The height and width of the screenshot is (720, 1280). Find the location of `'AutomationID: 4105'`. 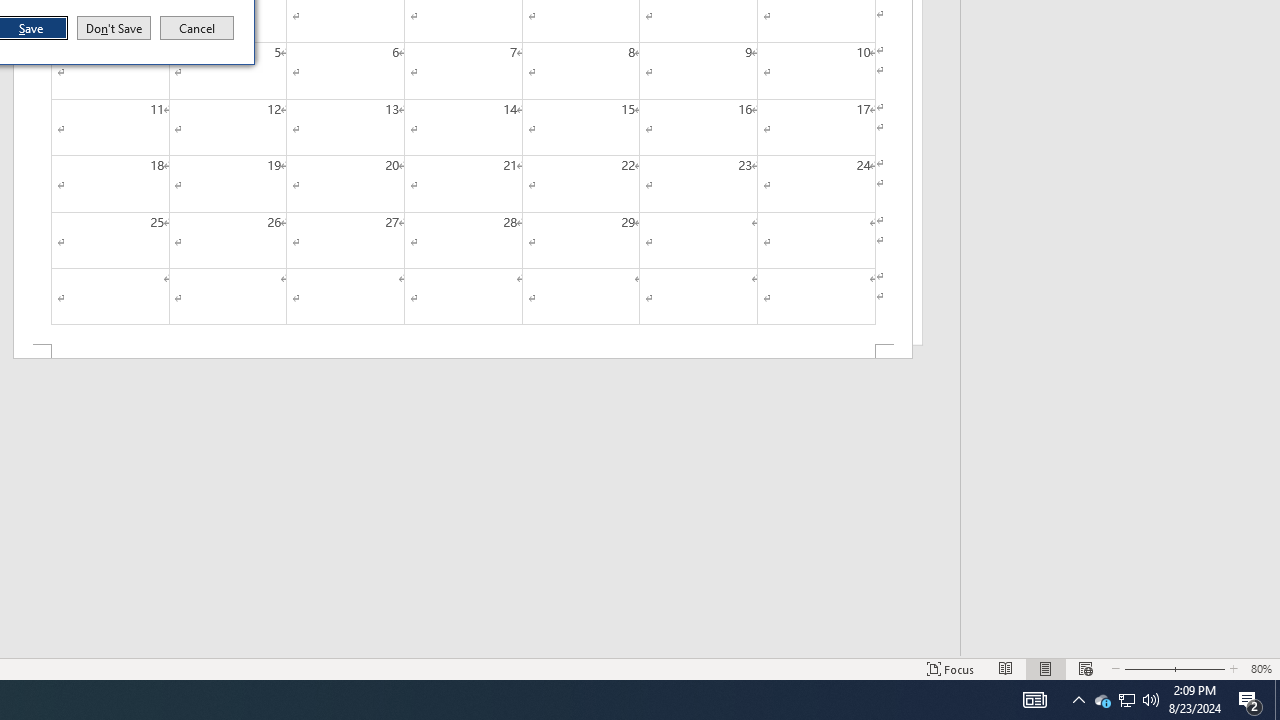

'AutomationID: 4105' is located at coordinates (1034, 698).